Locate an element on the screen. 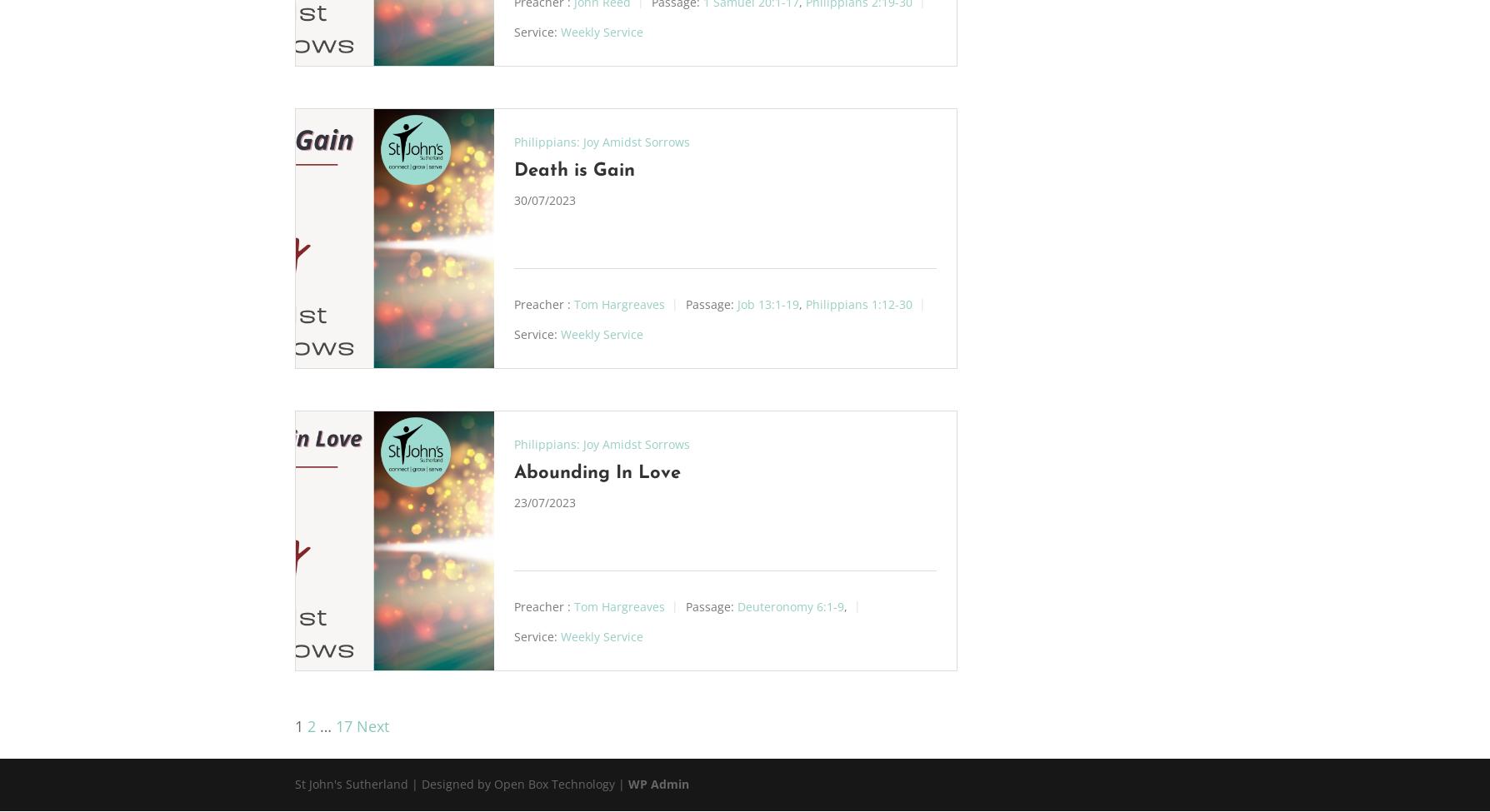  '2' is located at coordinates (311, 726).